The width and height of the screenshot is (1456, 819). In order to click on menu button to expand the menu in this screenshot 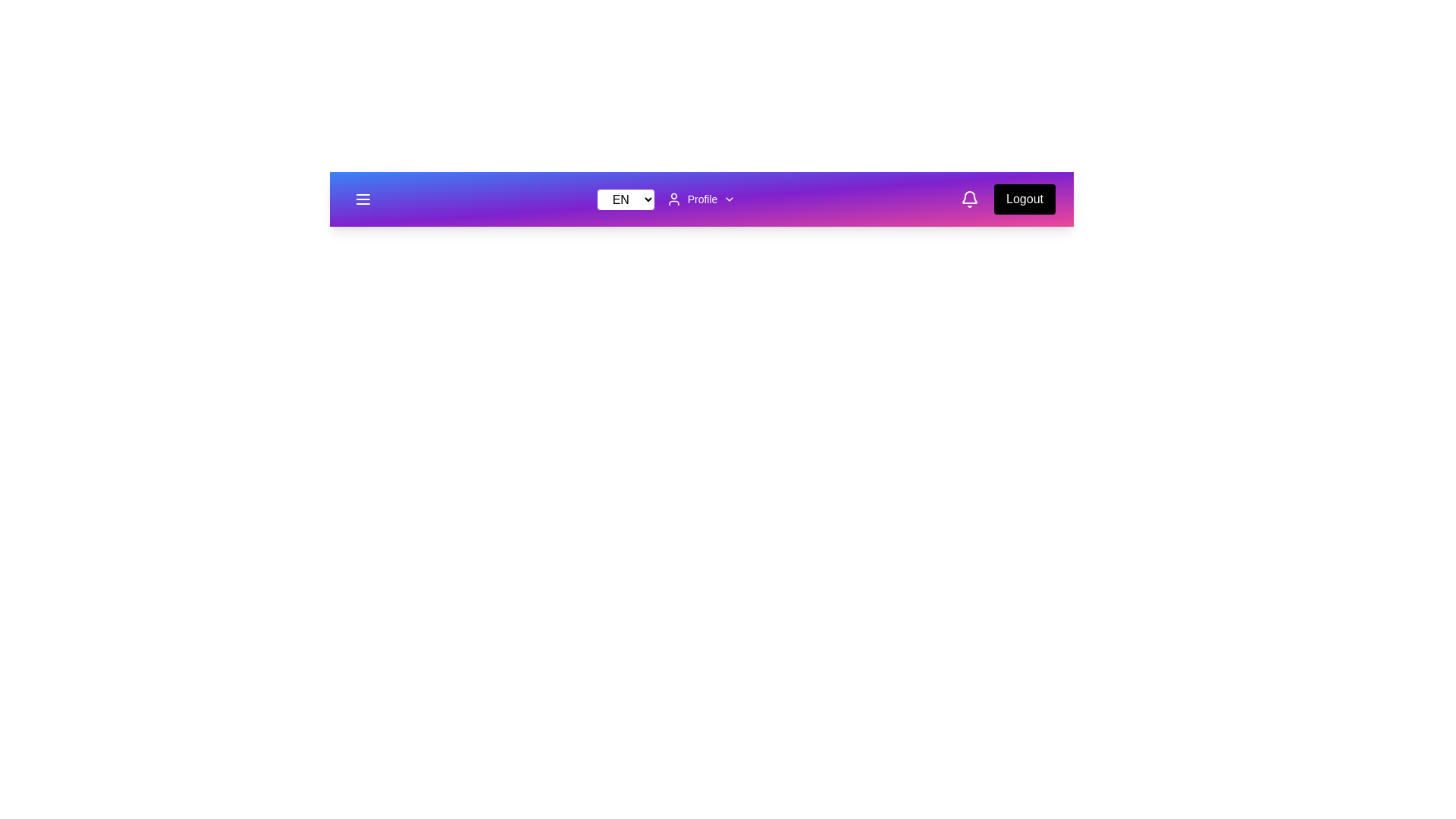, I will do `click(362, 198)`.